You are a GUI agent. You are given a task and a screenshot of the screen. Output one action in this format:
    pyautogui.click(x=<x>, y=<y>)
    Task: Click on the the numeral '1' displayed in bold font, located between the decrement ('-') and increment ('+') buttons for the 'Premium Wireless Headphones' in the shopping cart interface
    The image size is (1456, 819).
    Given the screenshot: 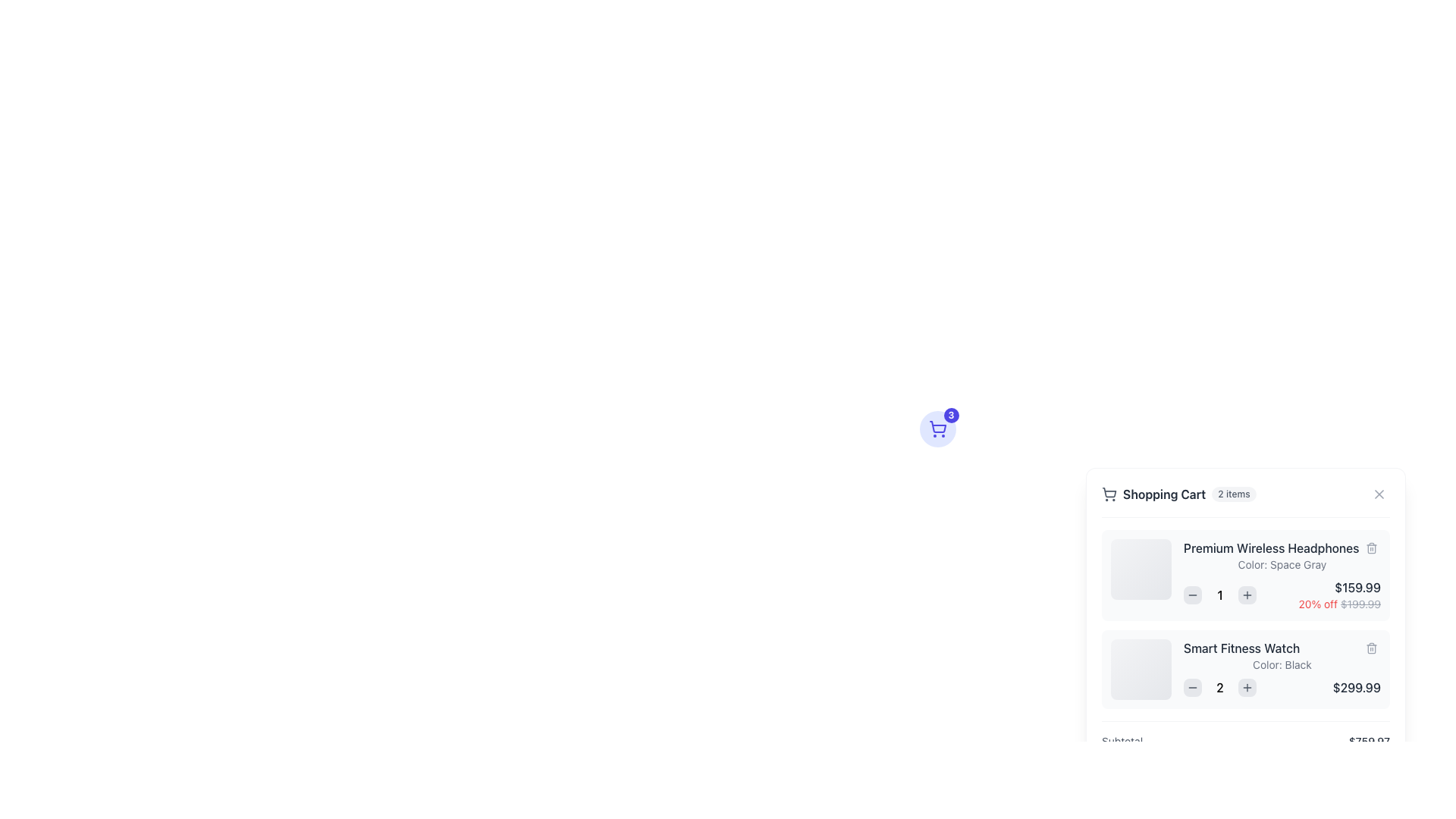 What is the action you would take?
    pyautogui.click(x=1219, y=595)
    